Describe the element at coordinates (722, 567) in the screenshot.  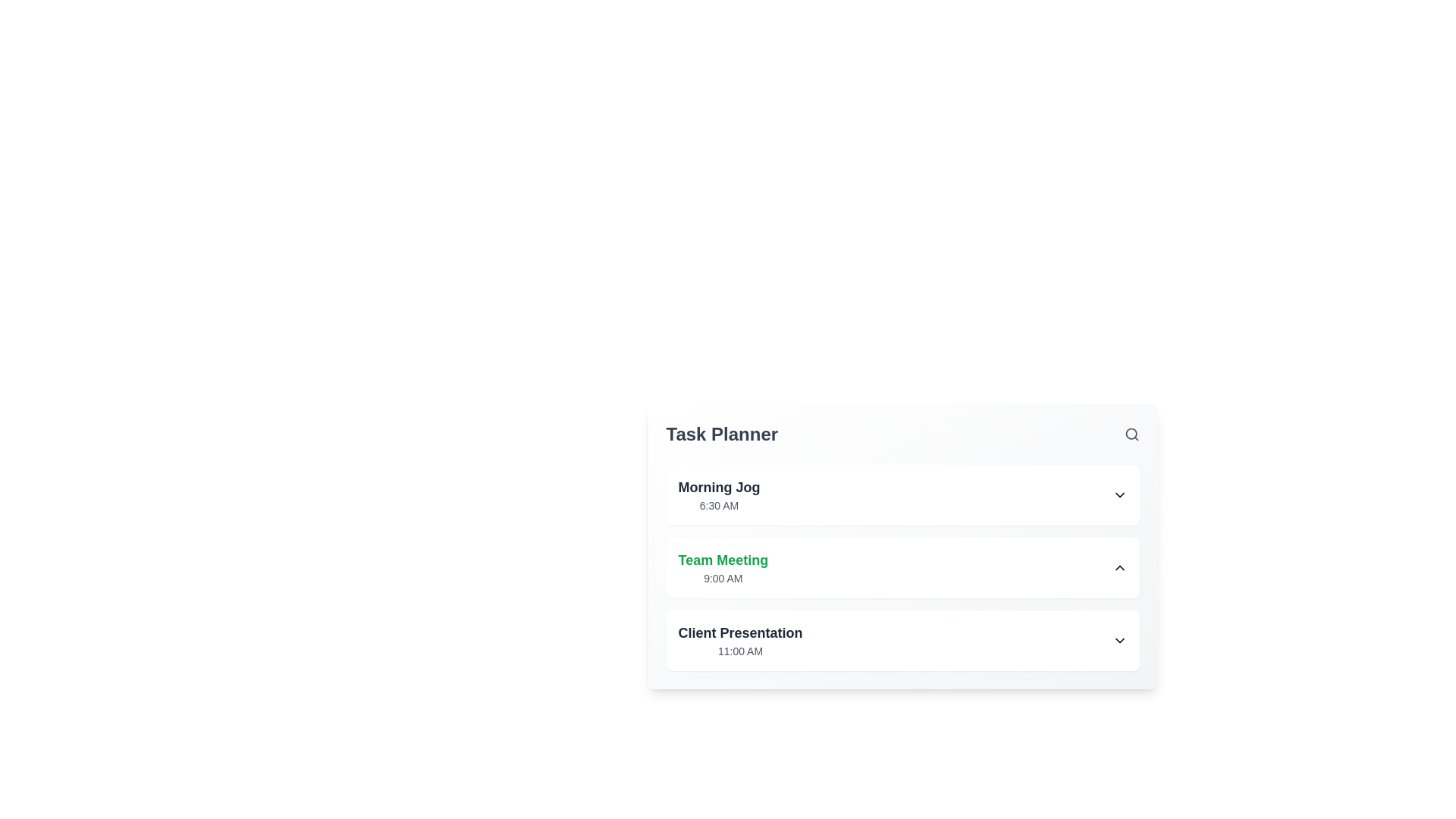
I see `the second scheduled event text display element in the task planner interface, which conveys information about the meeting's name and start time, positioned between 'Morning Jog' and 'Client Presentation'` at that location.